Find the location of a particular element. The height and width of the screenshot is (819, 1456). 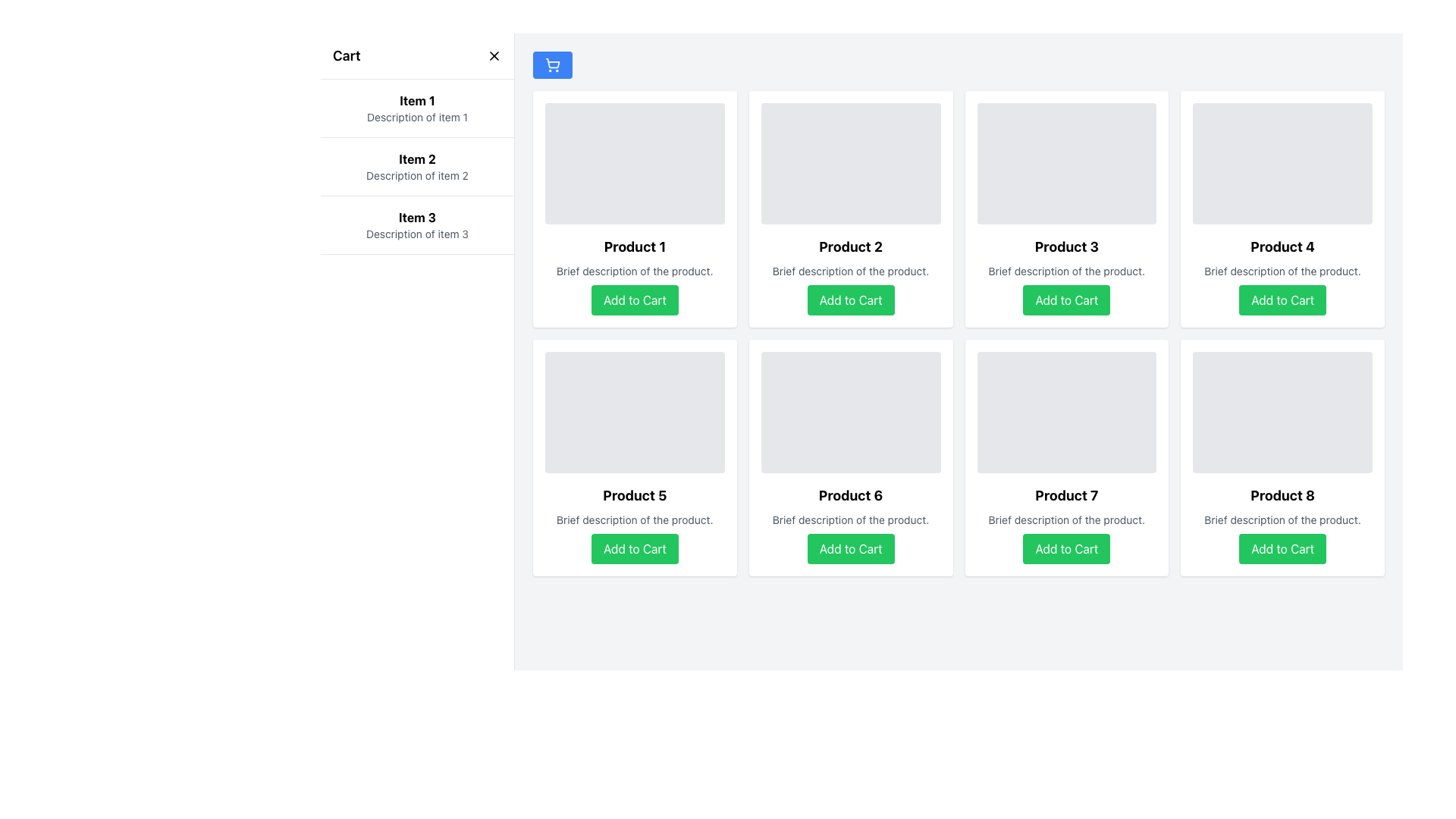

text from the gray Text Label located below the bold title 'Product 2' and above the 'Add to Cart' button in the card layout for 'Product 2' is located at coordinates (851, 271).